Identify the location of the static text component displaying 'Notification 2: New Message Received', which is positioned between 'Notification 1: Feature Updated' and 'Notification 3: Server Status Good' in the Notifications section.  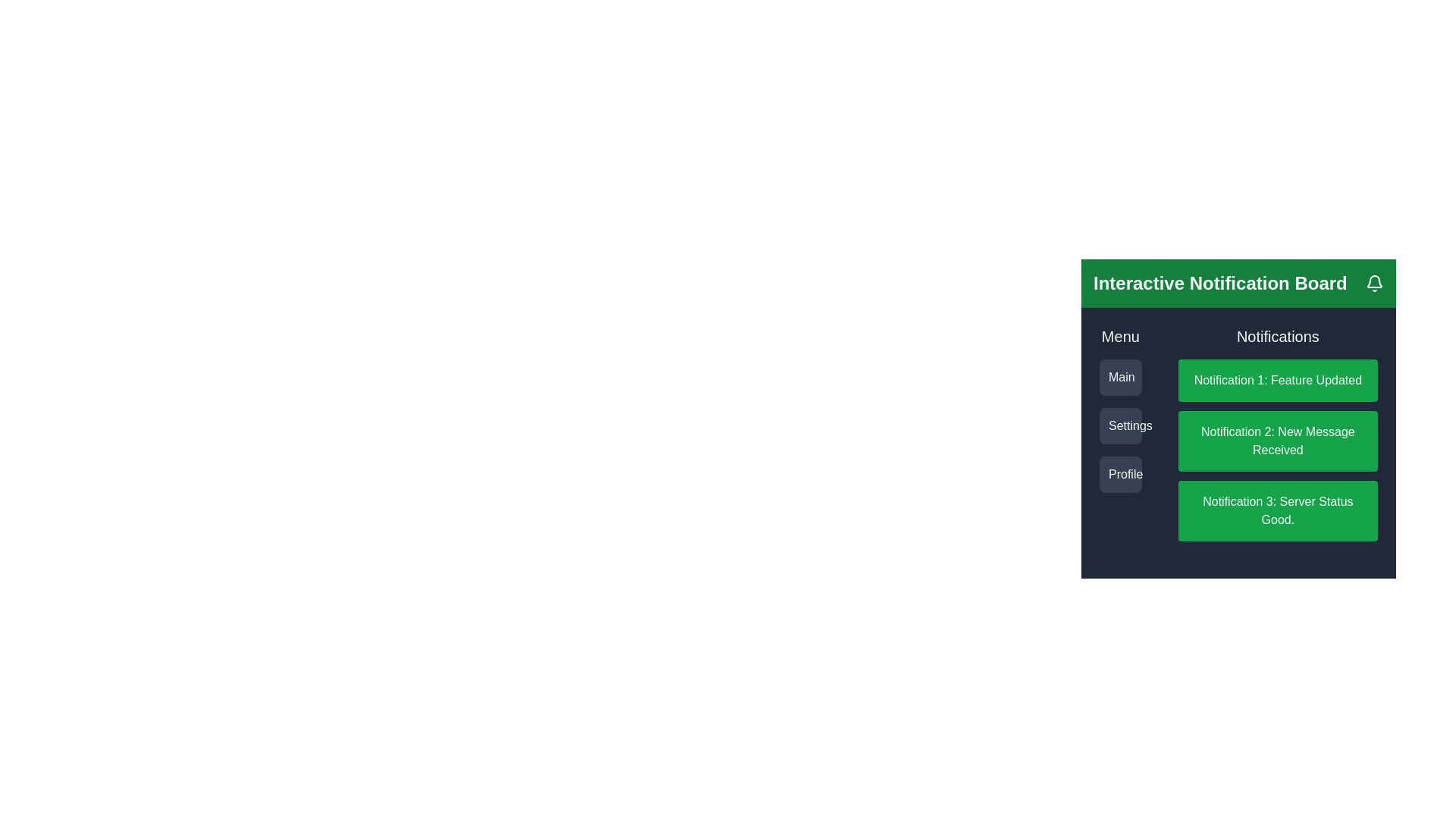
(1277, 450).